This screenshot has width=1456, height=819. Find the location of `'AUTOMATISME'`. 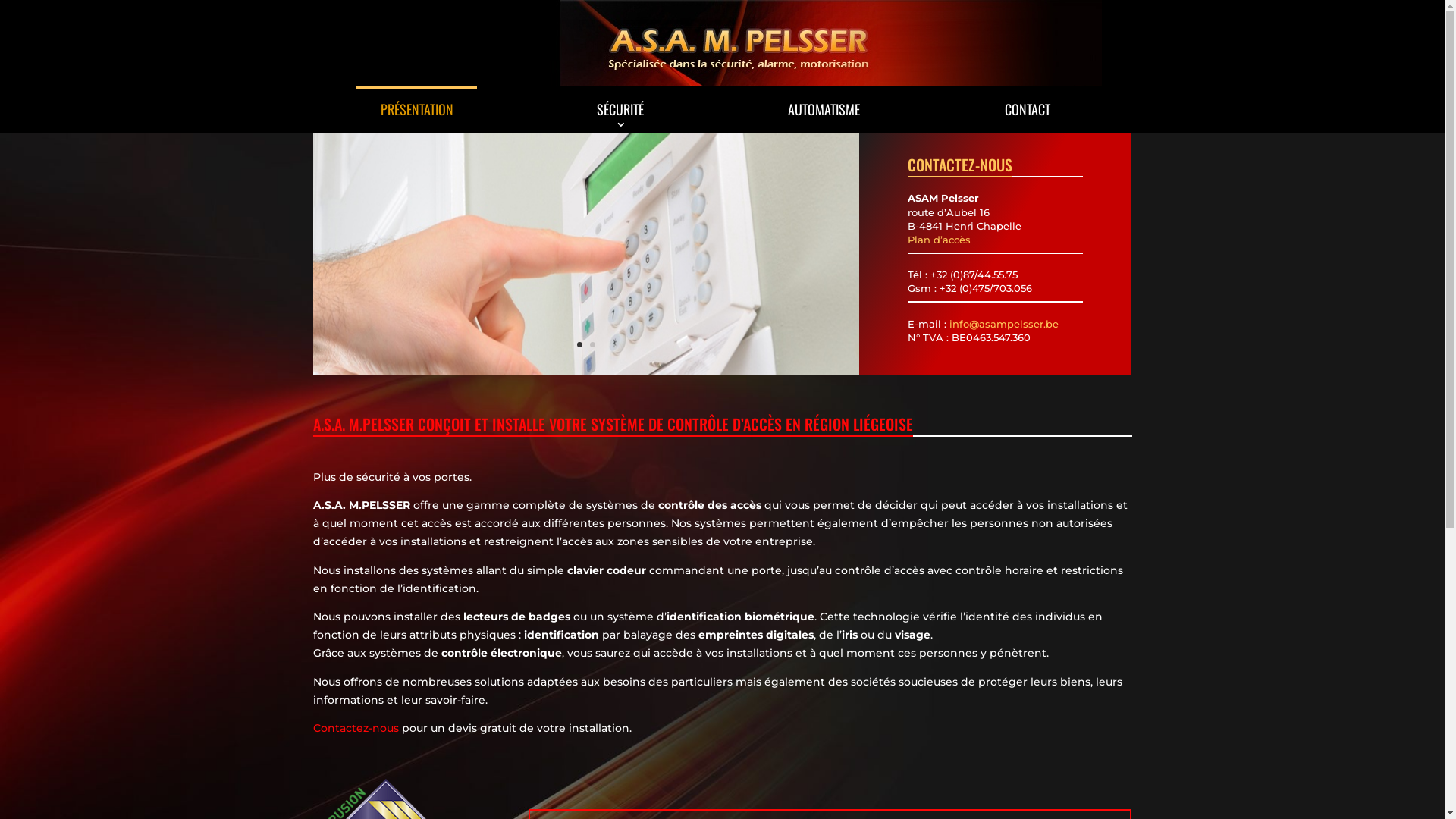

'AUTOMATISME' is located at coordinates (823, 108).